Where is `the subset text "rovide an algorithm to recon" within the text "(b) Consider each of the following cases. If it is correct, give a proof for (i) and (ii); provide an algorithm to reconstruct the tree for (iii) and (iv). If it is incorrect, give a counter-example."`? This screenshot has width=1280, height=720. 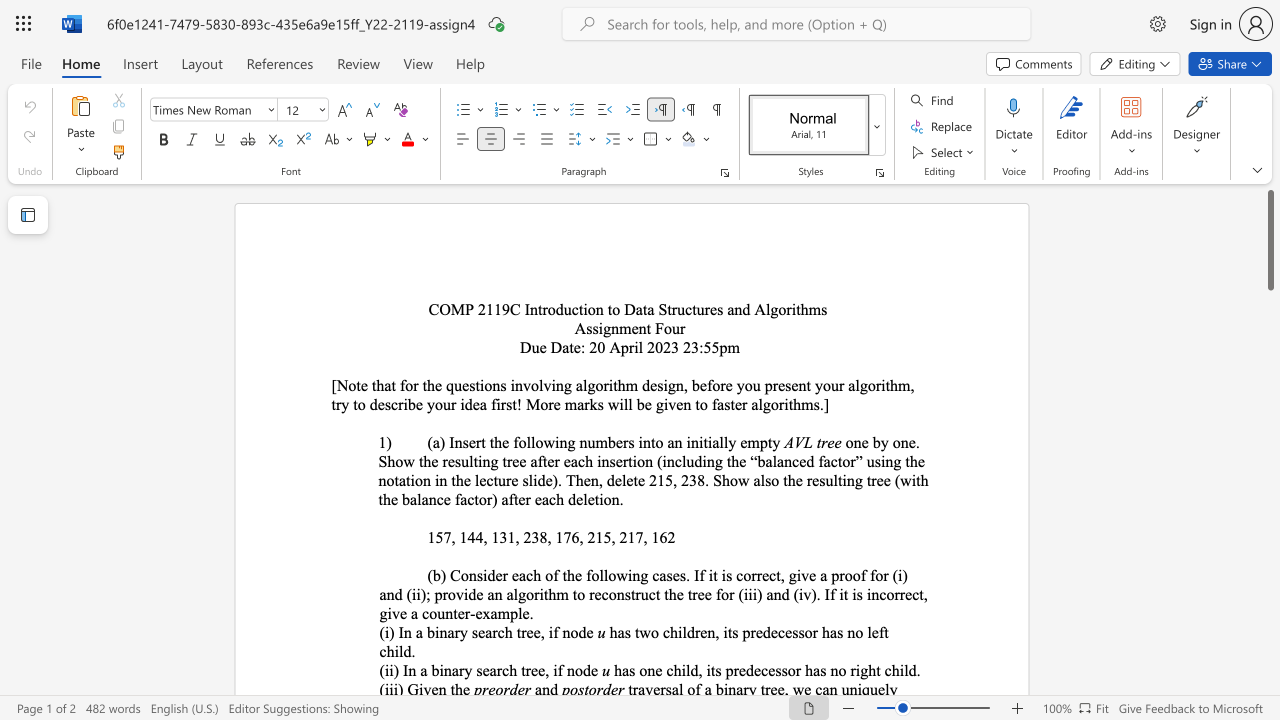 the subset text "rovide an algorithm to recon" within the text "(b) Consider each of the following cases. If it is correct, give a proof for (i) and (ii); provide an algorithm to reconstruct the tree for (iii) and (iv). If it is incorrect, give a counter-example." is located at coordinates (441, 593).